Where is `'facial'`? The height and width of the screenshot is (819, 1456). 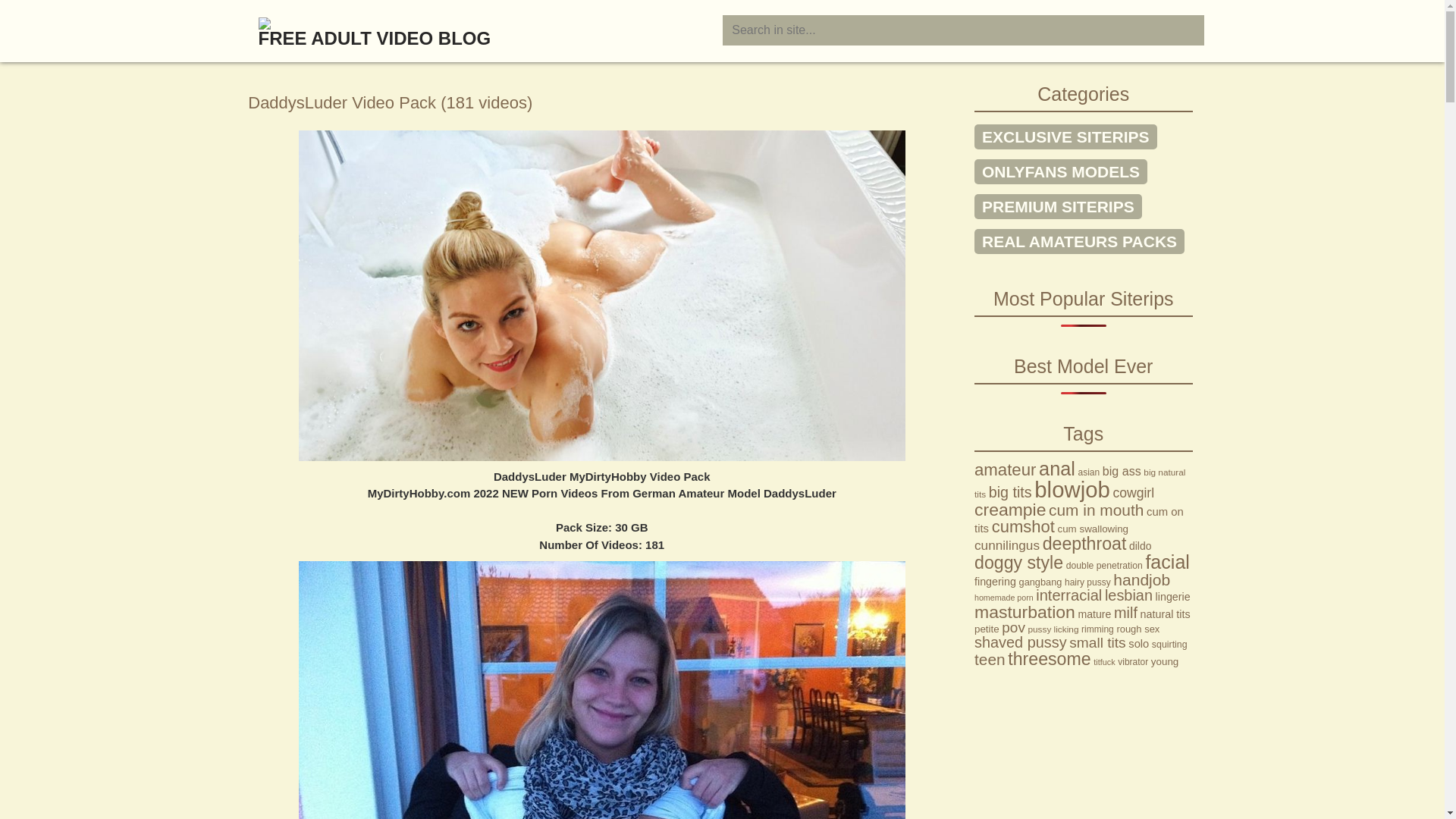 'facial' is located at coordinates (1166, 561).